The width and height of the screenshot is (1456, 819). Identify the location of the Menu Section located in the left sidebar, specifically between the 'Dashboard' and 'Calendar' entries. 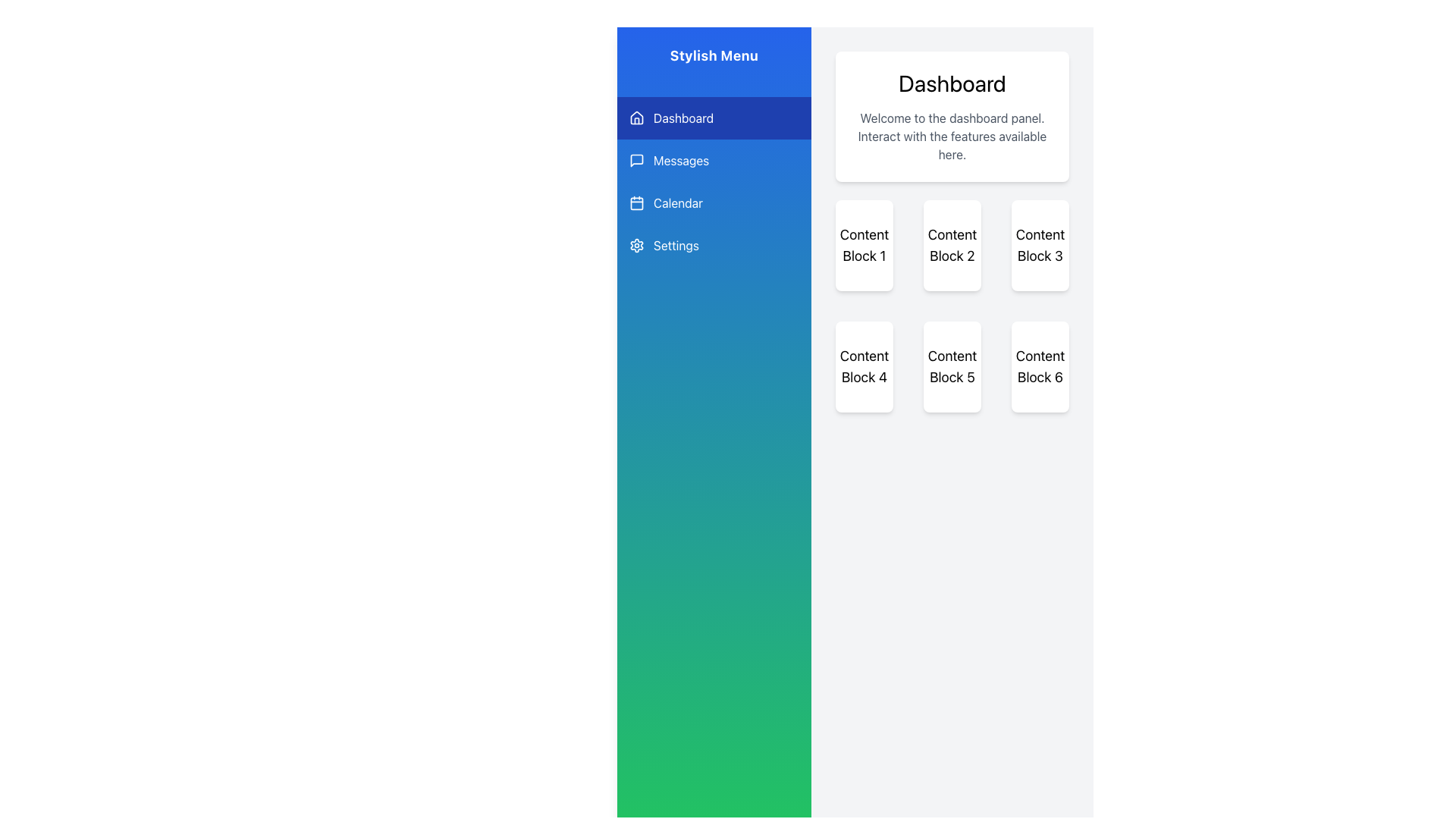
(713, 174).